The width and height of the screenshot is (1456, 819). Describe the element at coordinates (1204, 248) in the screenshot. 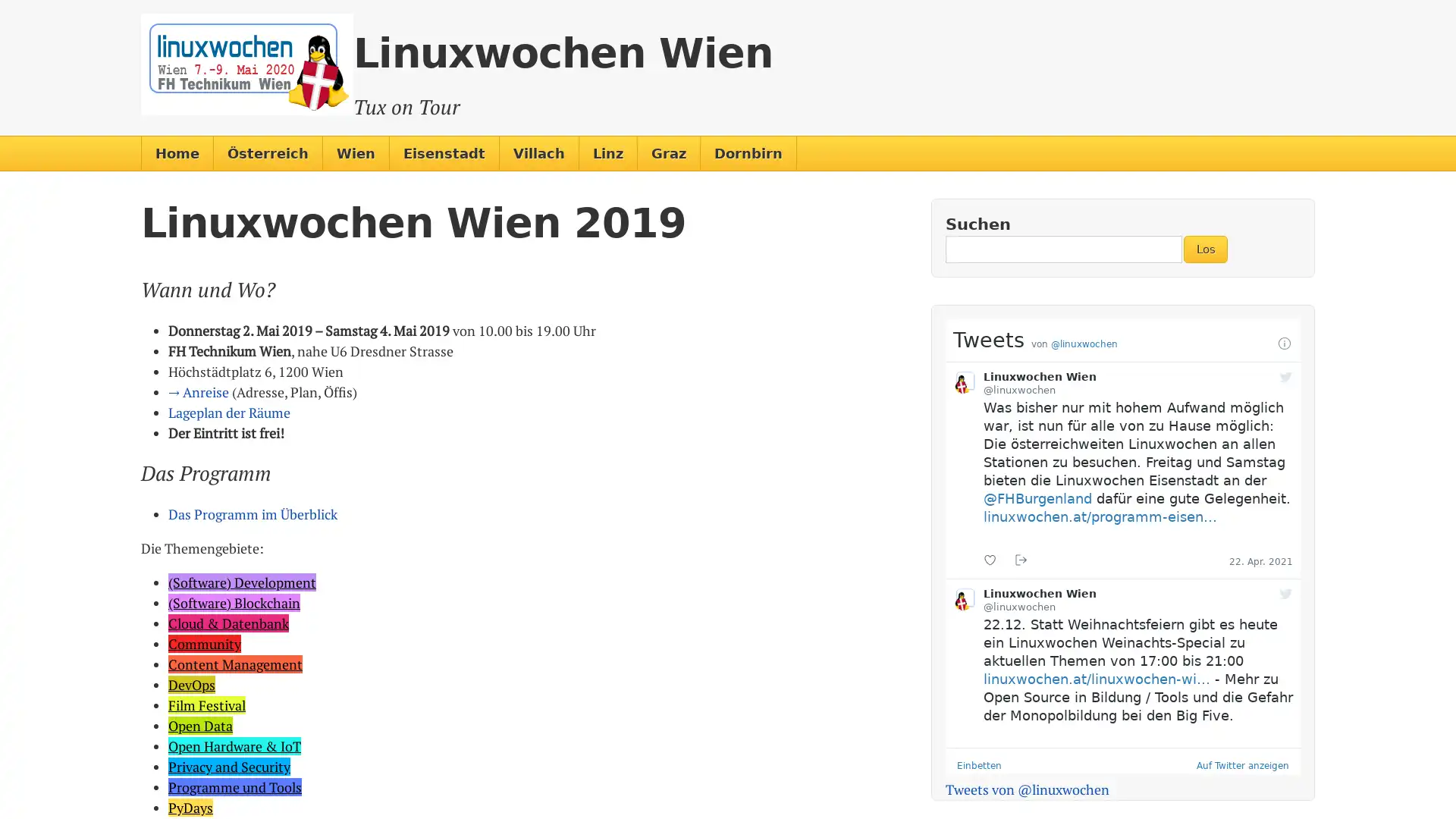

I see `Los` at that location.